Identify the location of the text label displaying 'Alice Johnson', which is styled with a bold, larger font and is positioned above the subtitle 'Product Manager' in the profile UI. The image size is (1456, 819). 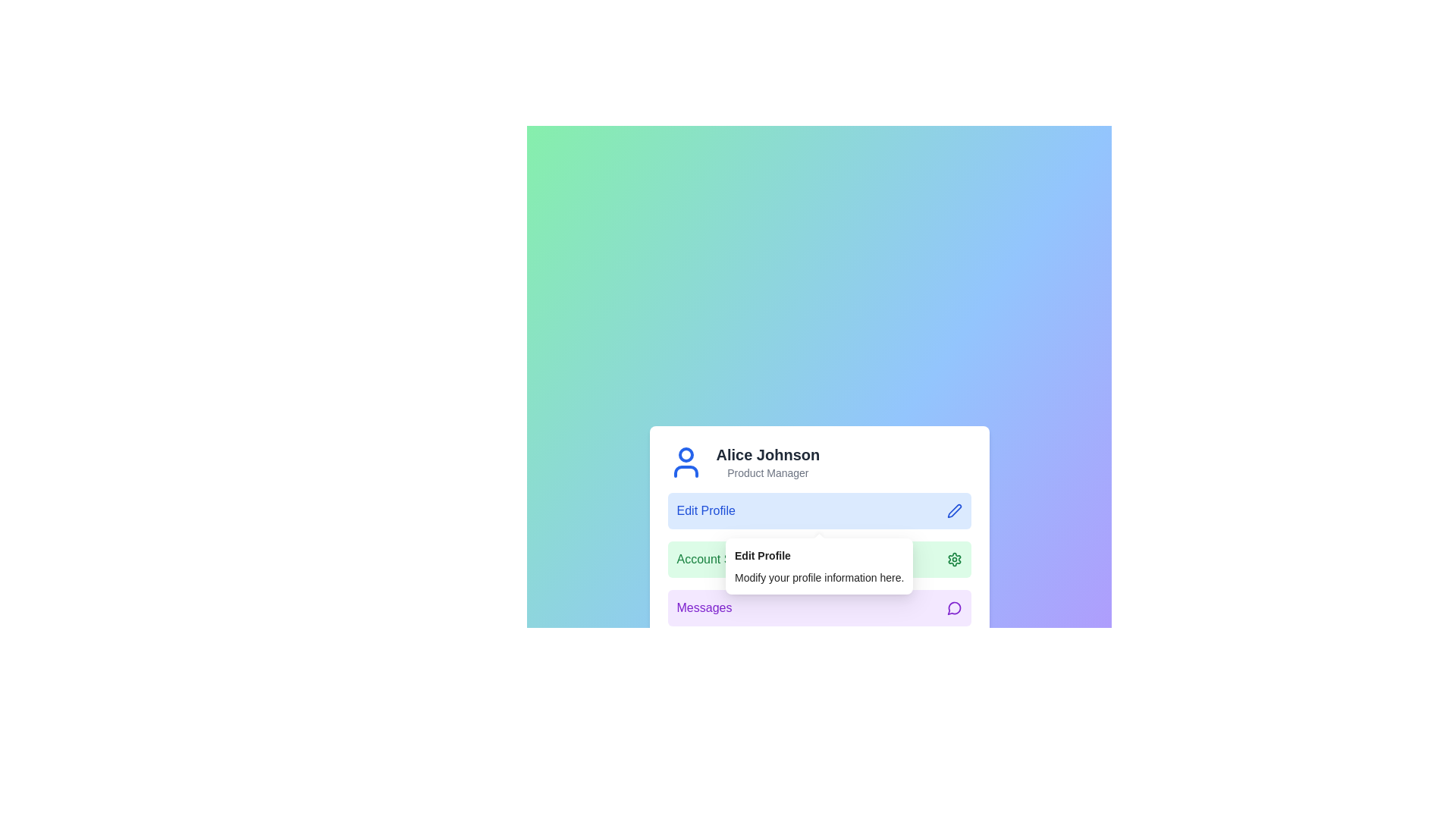
(767, 454).